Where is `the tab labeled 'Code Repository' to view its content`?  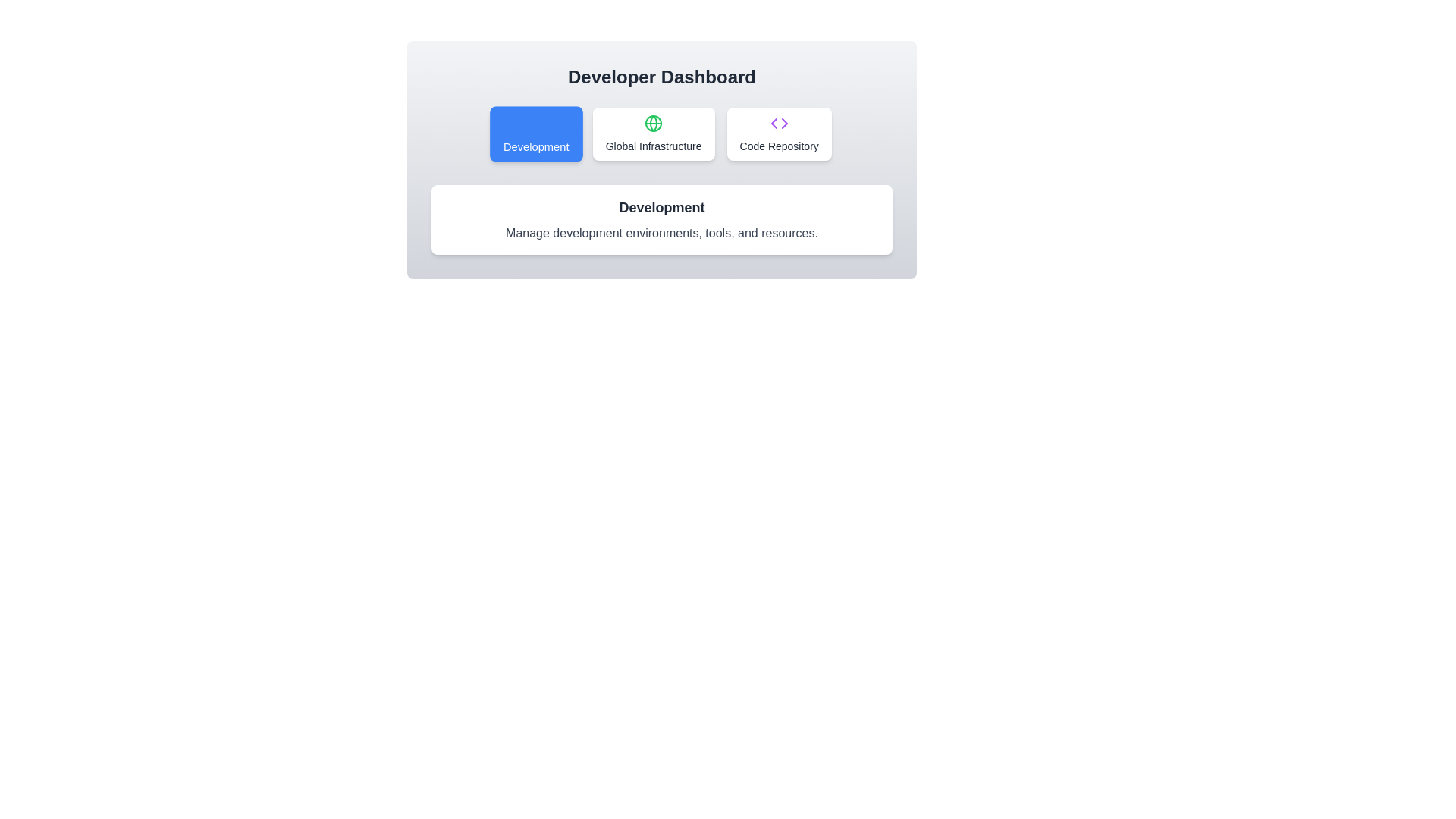 the tab labeled 'Code Repository' to view its content is located at coordinates (779, 133).